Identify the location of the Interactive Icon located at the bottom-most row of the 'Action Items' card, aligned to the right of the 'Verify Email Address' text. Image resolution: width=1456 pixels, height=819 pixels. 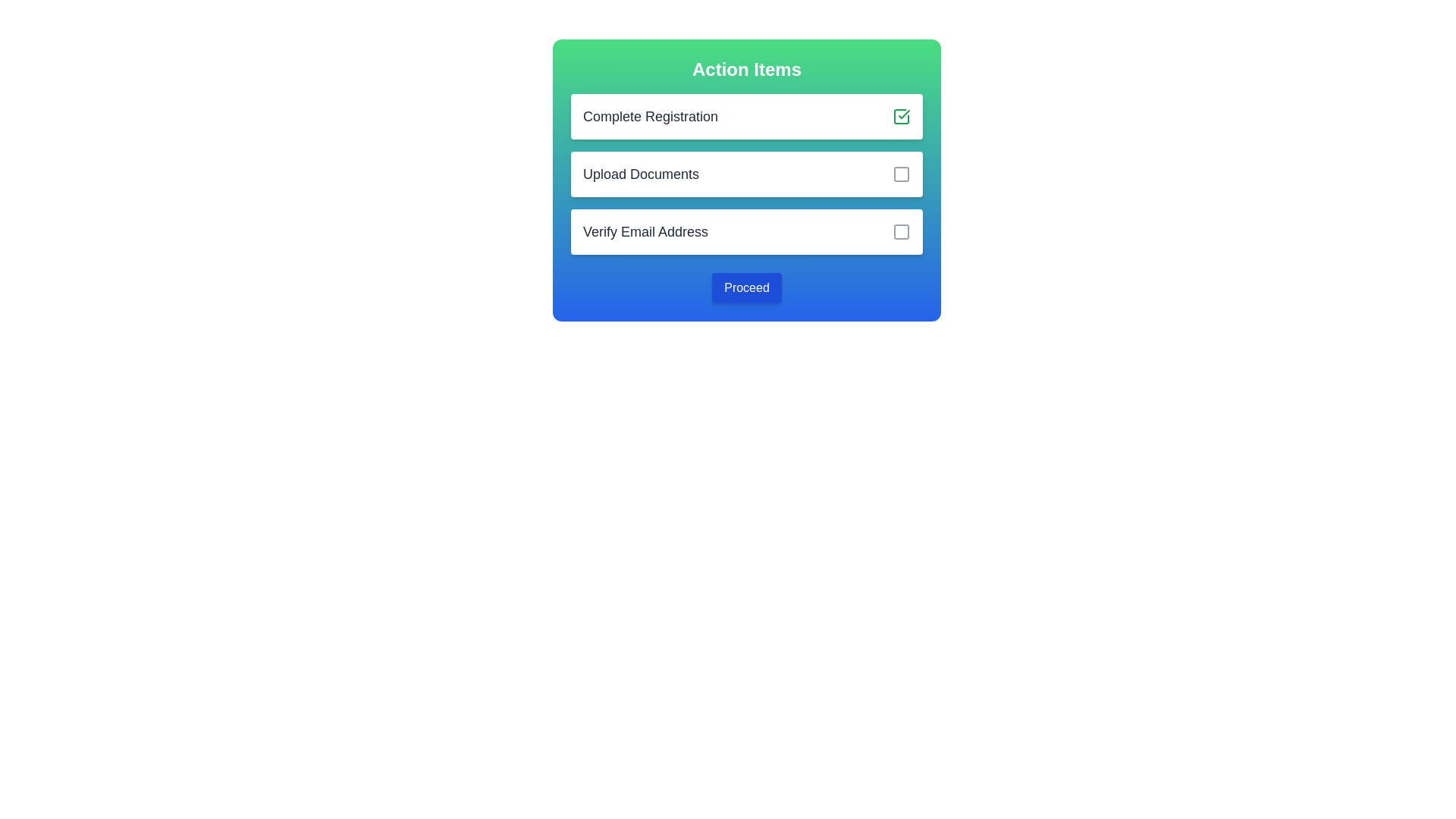
(902, 231).